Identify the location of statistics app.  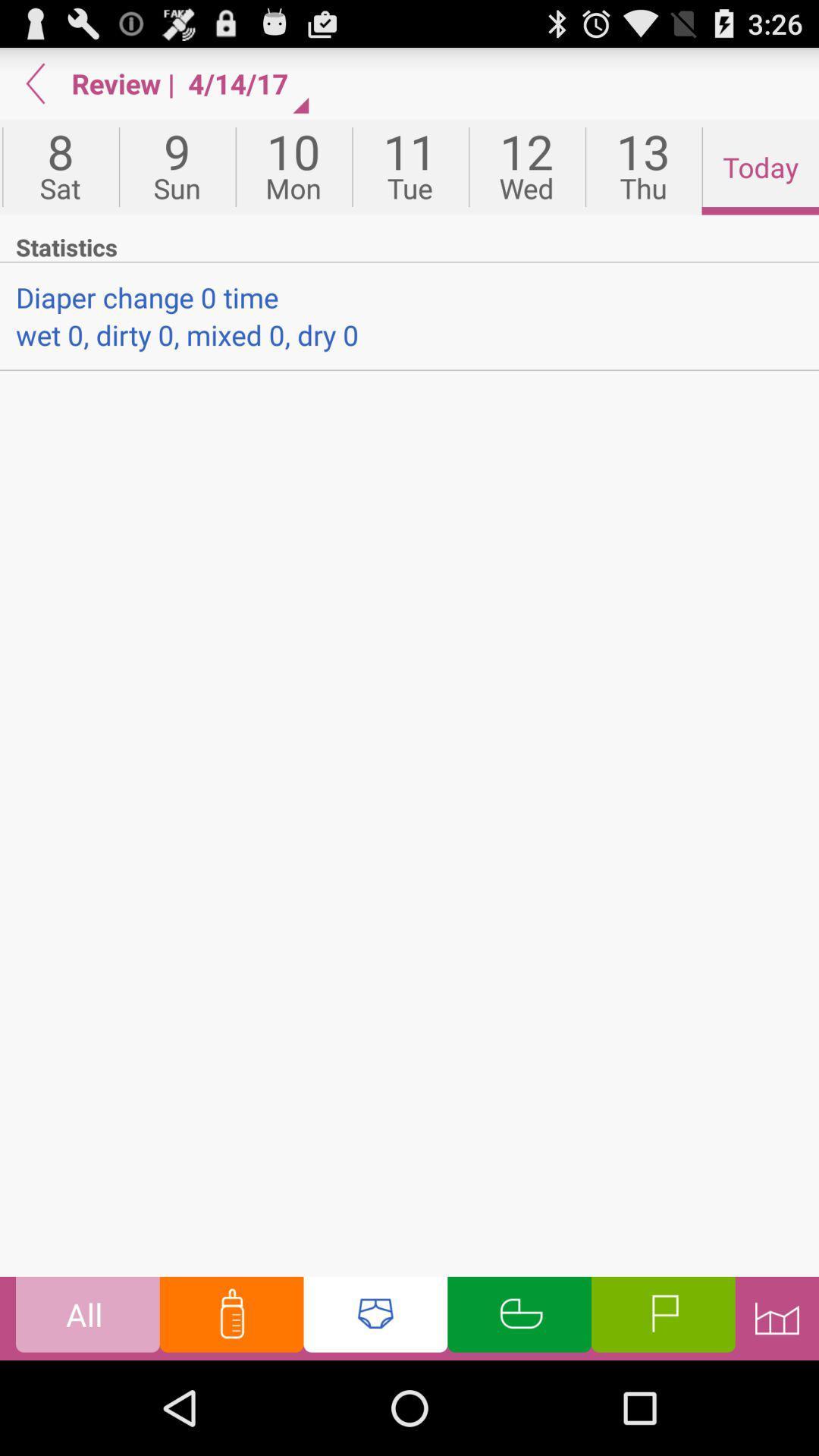
(409, 246).